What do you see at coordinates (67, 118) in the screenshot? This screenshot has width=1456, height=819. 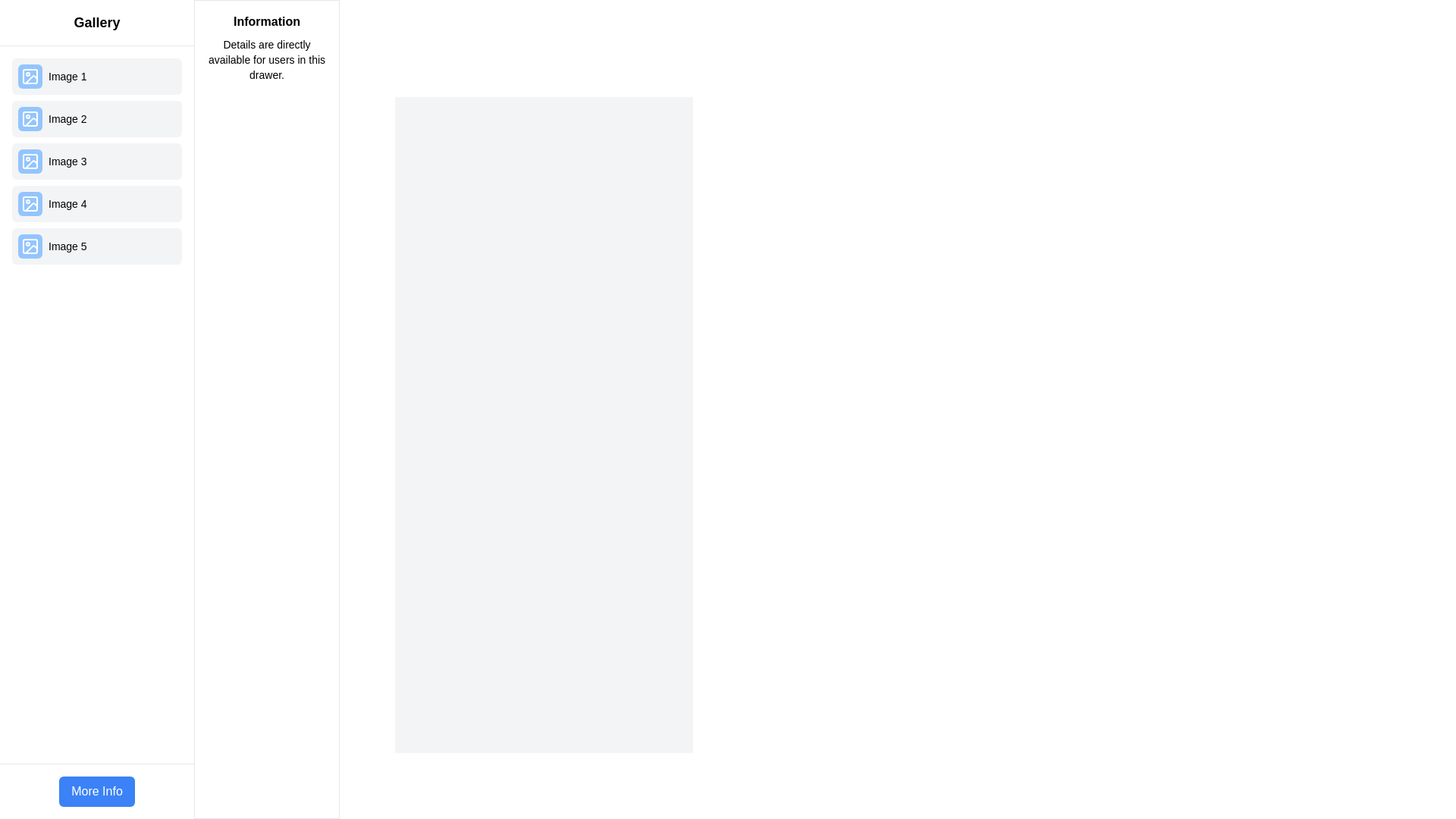 I see `the text label that provides identification information for the associated image entry in the gallery list` at bounding box center [67, 118].